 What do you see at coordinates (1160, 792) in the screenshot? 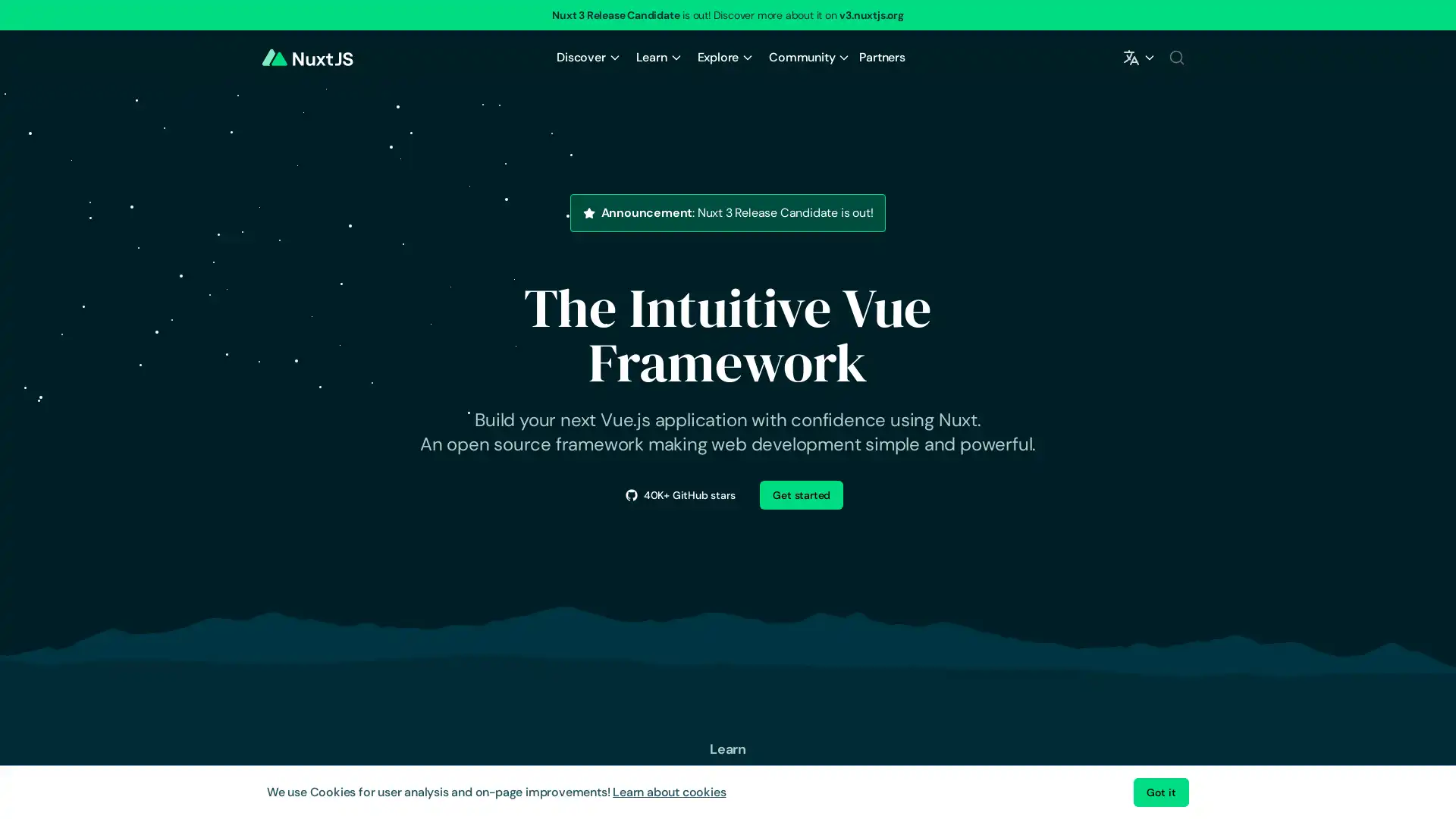
I see `Got it` at bounding box center [1160, 792].